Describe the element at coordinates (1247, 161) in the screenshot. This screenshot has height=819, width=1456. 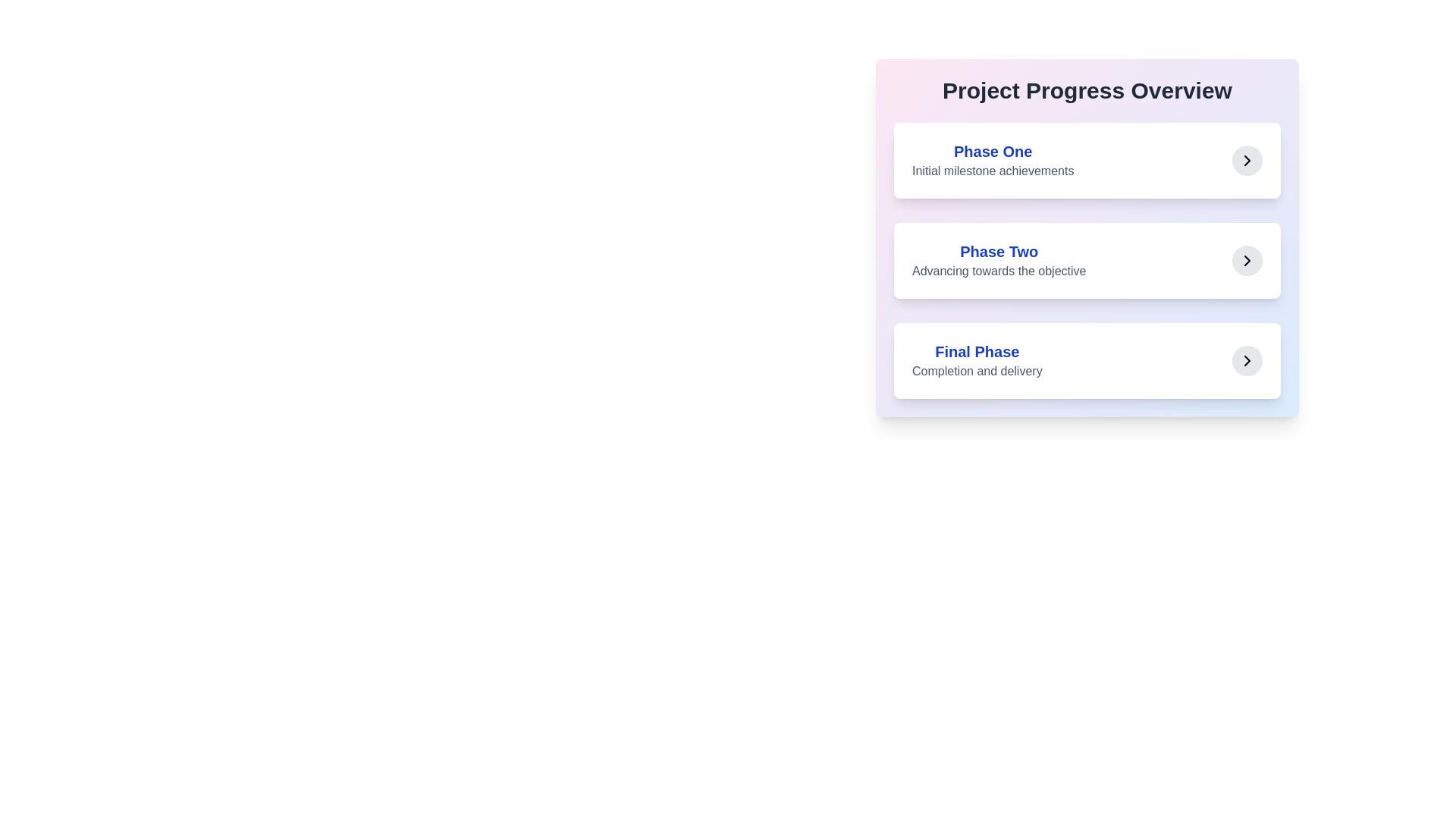
I see `the forward navigation icon located to the right of the 'Phase One' title in the vertical list of phases` at that location.